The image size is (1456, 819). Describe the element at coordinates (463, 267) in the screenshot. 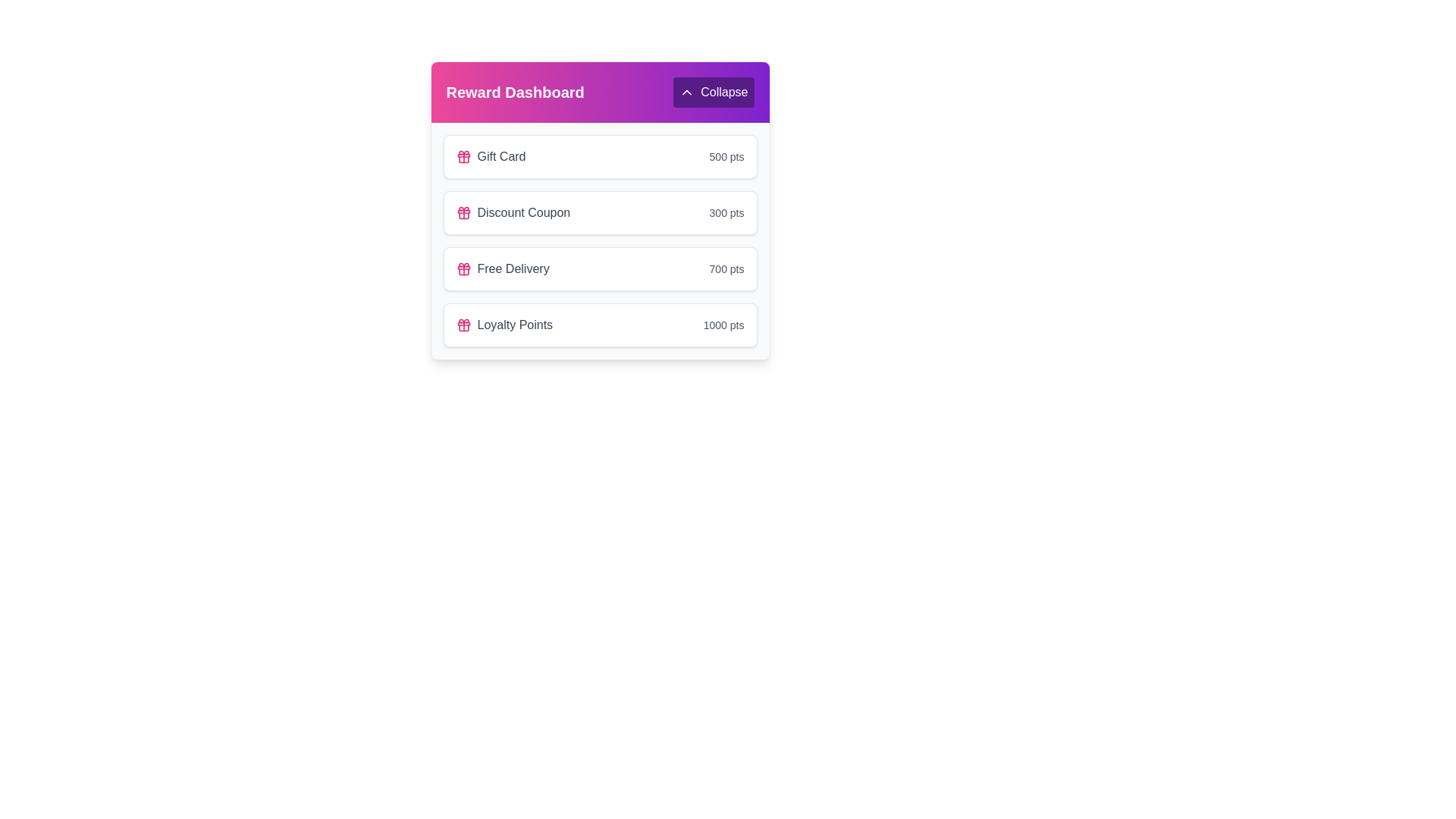

I see `the non-interactive decorative shape that forms the top pink section of the gift box in the Reward Dashboard interface` at that location.